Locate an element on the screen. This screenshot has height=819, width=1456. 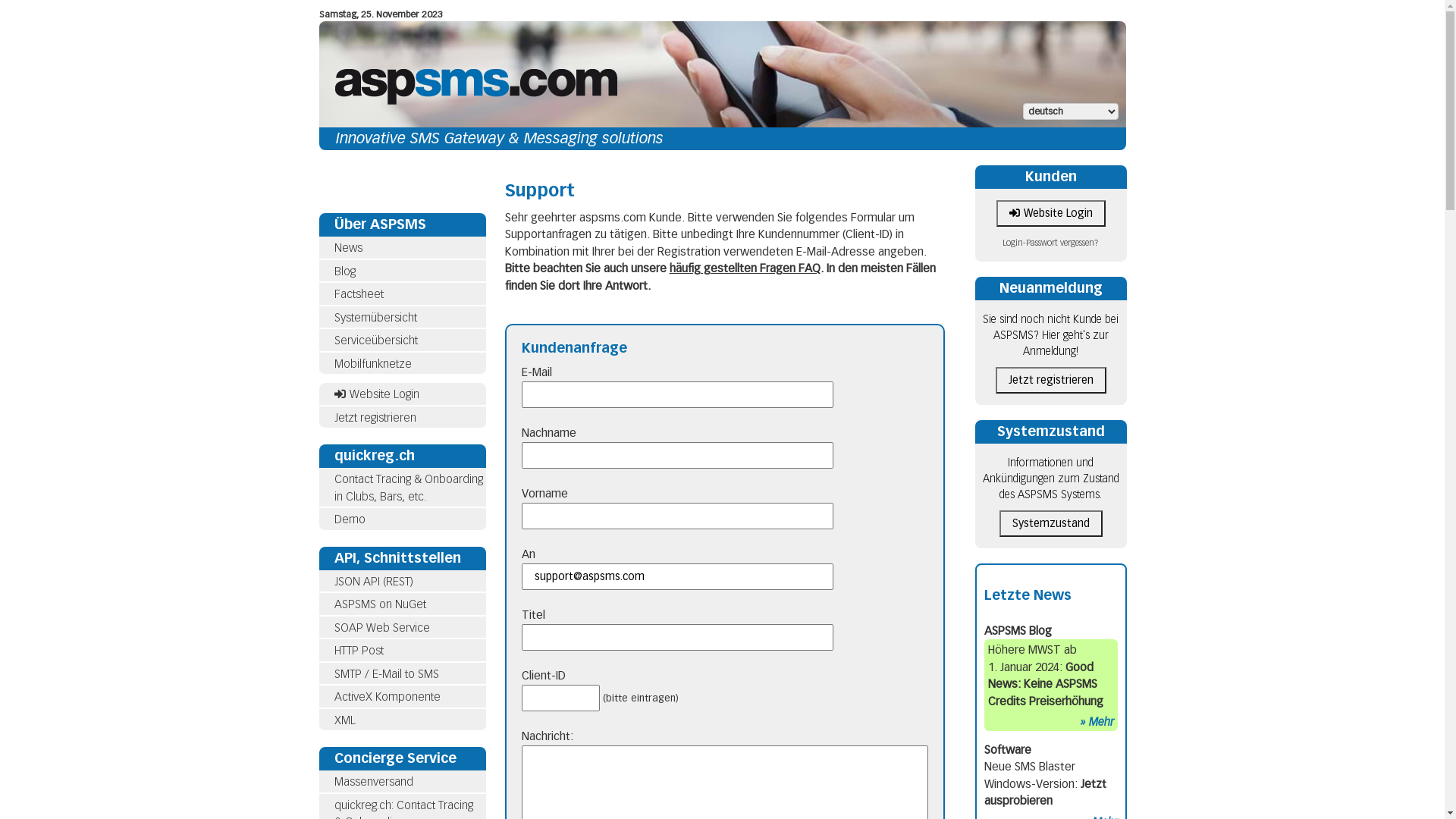
'Jetzt registrieren' is located at coordinates (1050, 379).